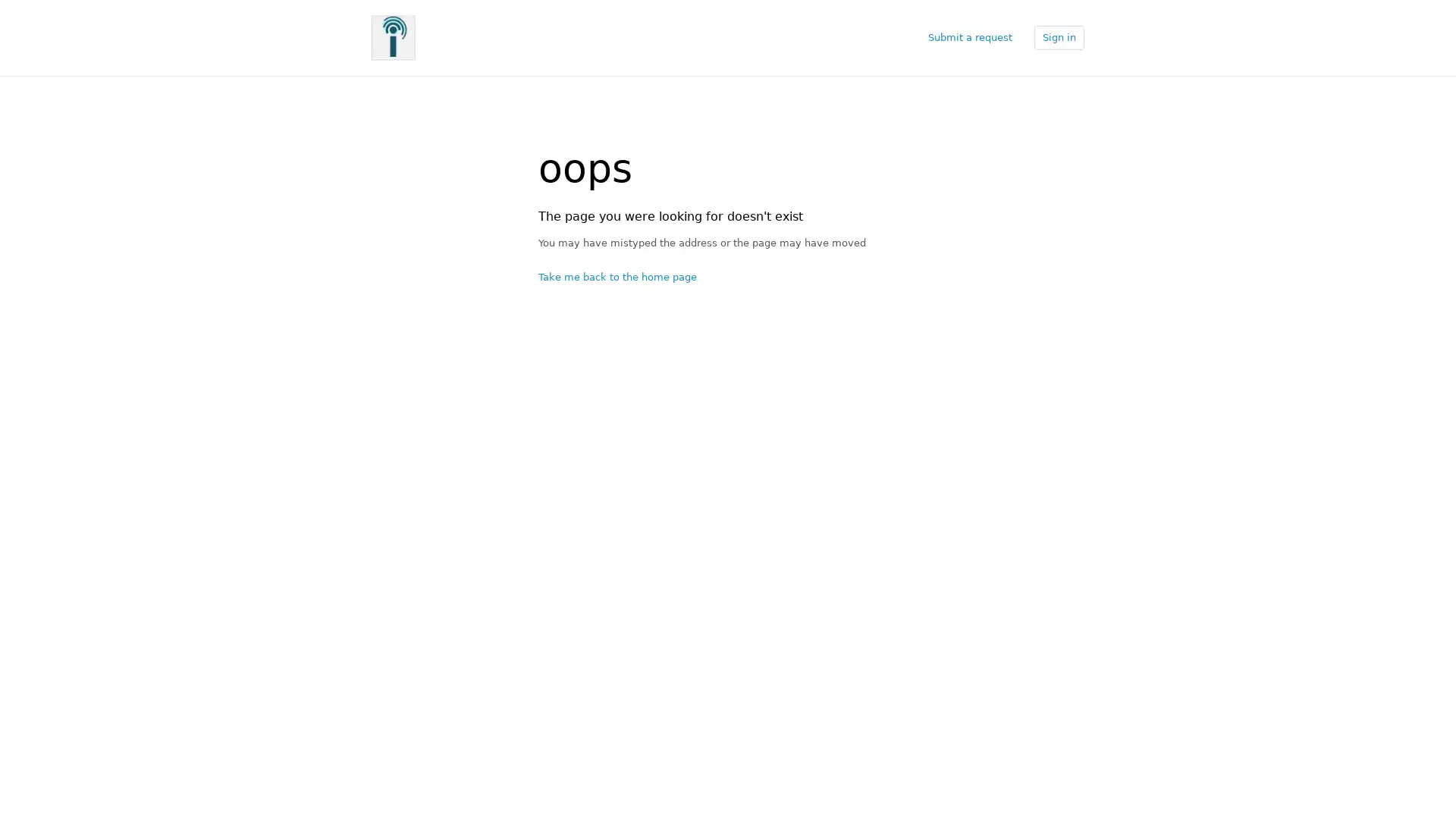 The image size is (1456, 819). What do you see at coordinates (1058, 36) in the screenshot?
I see `Sign in` at bounding box center [1058, 36].